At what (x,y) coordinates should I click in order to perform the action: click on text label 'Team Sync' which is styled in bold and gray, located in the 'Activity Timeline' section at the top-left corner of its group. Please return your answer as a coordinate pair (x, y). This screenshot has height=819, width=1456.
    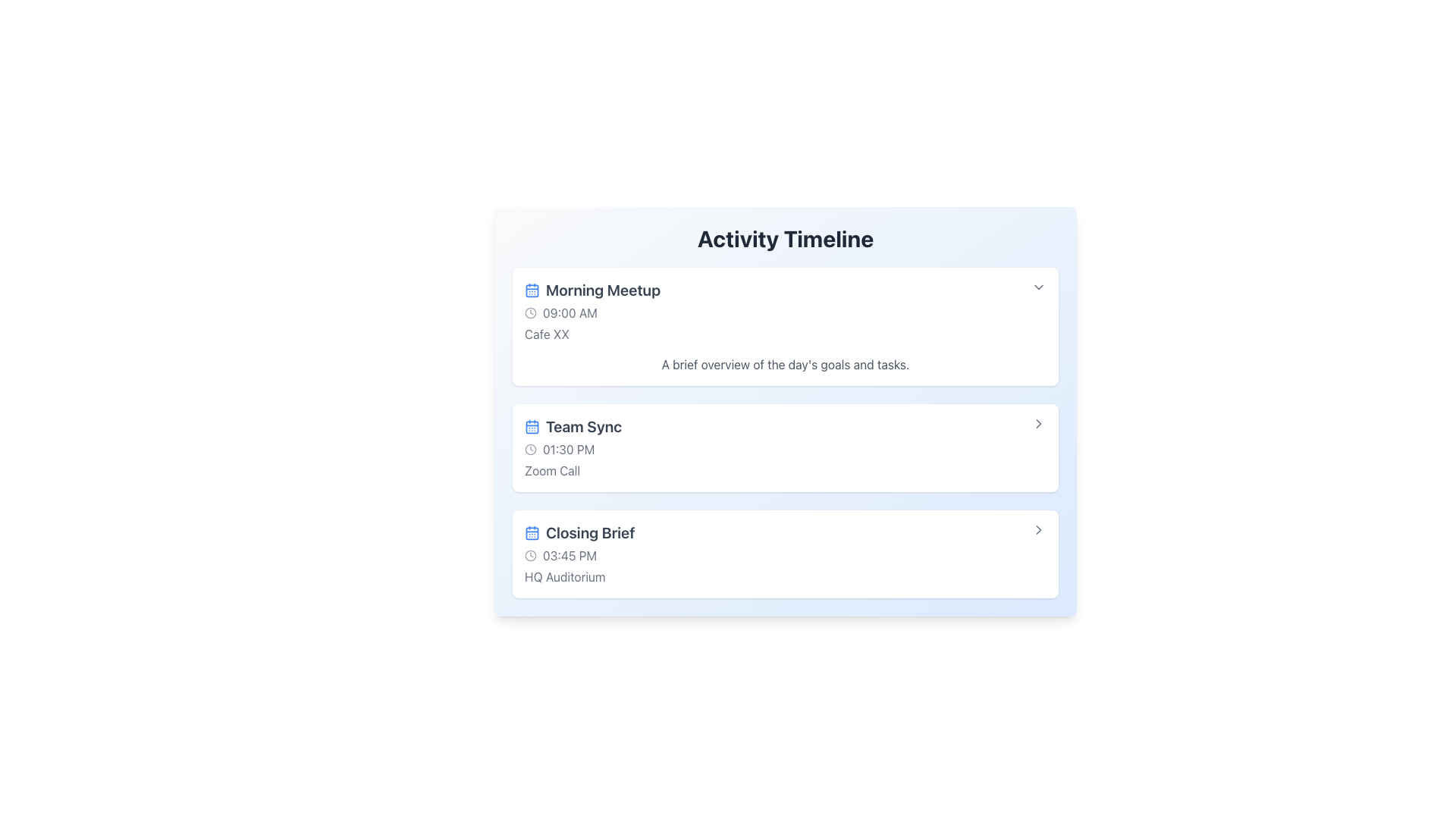
    Looking at the image, I should click on (573, 427).